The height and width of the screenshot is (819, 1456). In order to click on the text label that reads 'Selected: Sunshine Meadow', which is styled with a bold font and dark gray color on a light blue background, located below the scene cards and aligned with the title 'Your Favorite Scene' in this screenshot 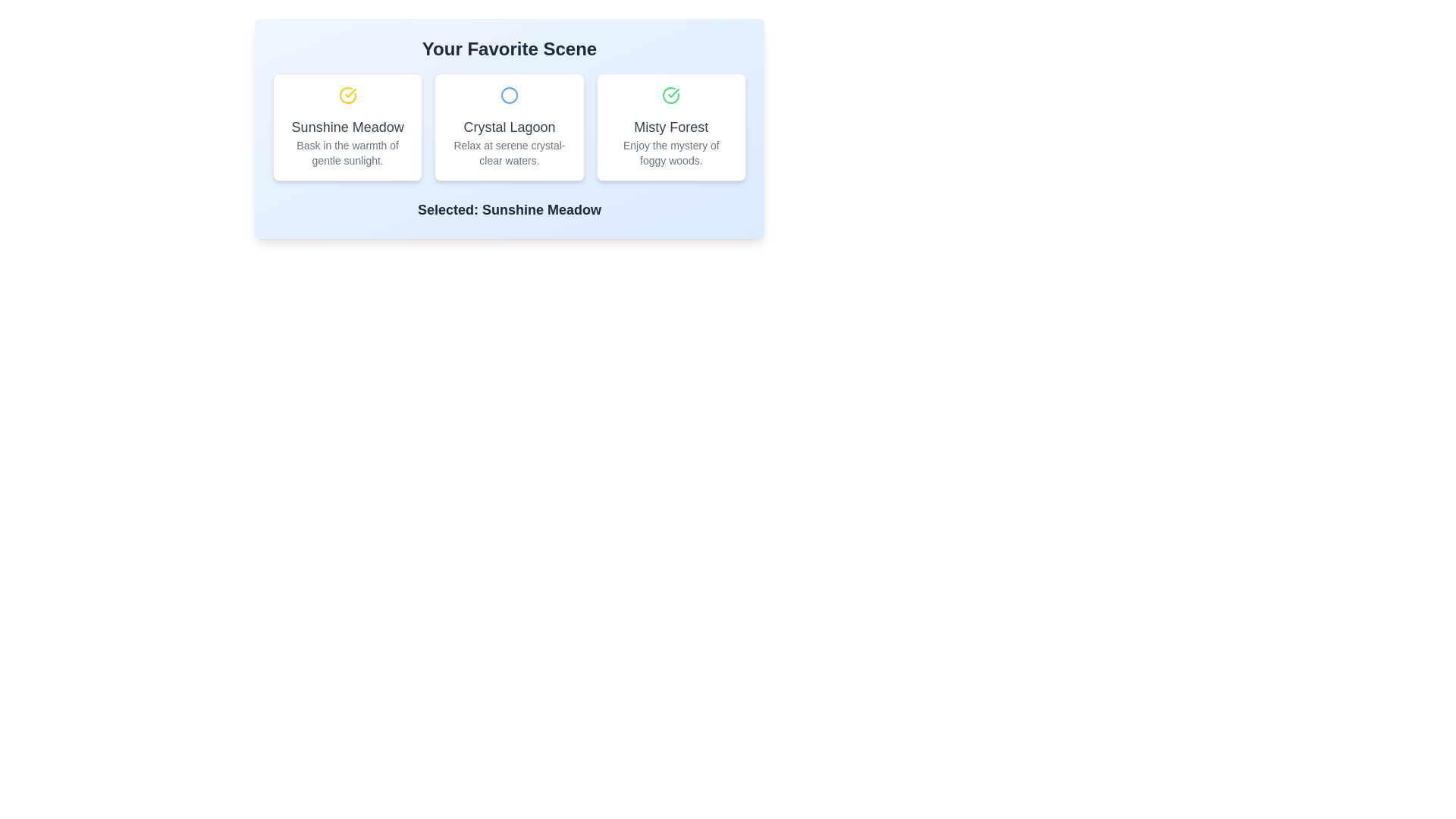, I will do `click(510, 210)`.